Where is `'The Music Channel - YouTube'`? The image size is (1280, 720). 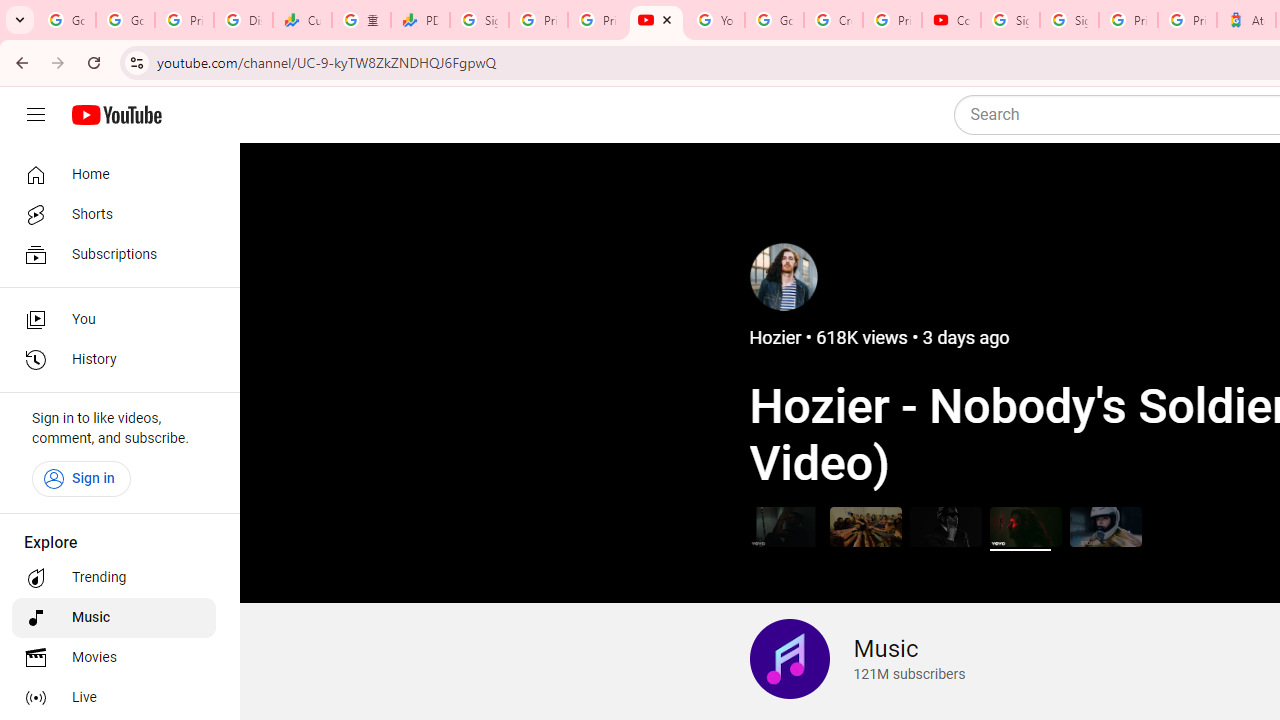
'The Music Channel - YouTube' is located at coordinates (656, 20).